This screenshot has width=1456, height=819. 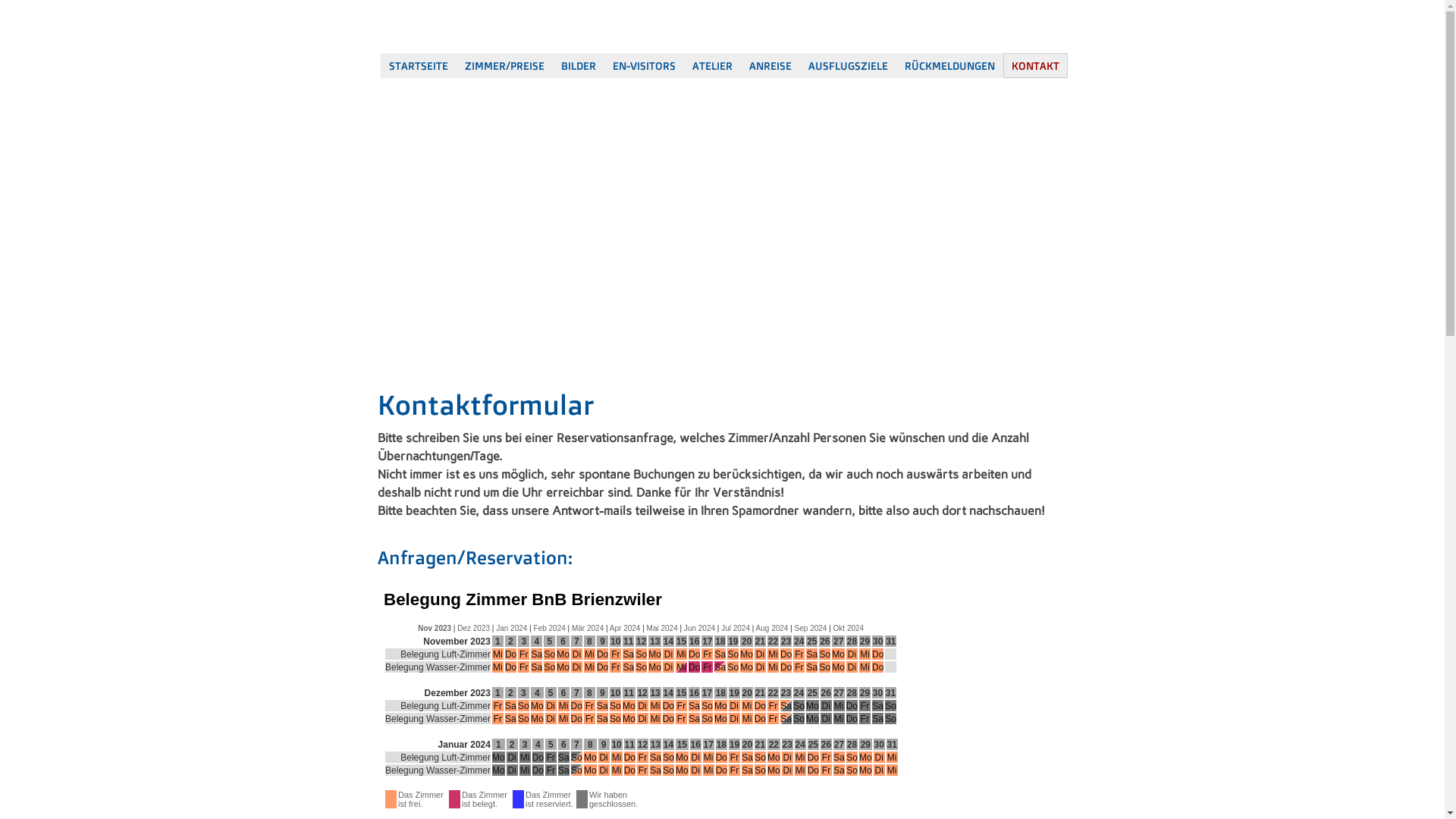 What do you see at coordinates (455, 64) in the screenshot?
I see `'ZIMMER/PREISE'` at bounding box center [455, 64].